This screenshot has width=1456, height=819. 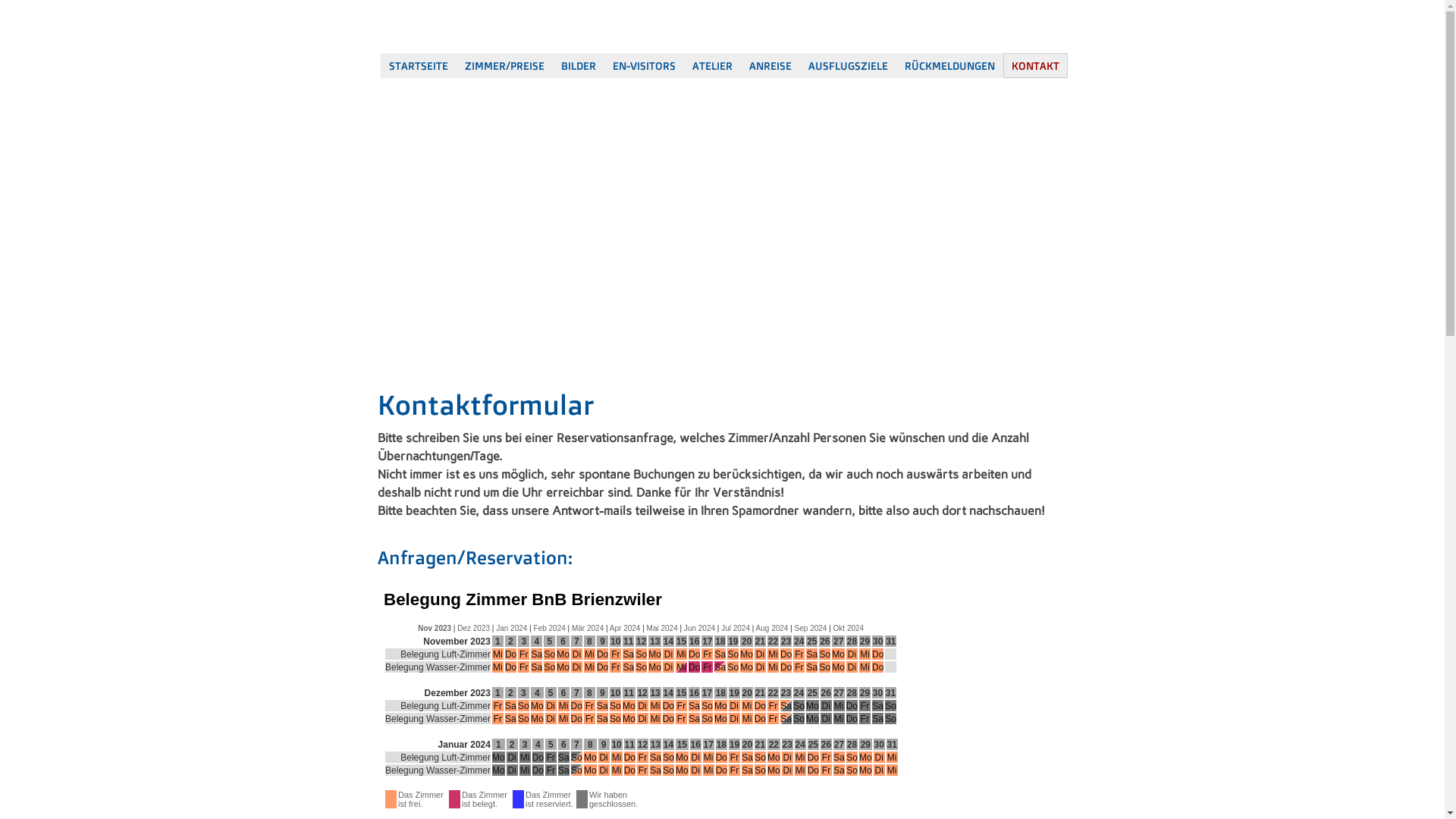 What do you see at coordinates (455, 64) in the screenshot?
I see `'ZIMMER/PREISE'` at bounding box center [455, 64].